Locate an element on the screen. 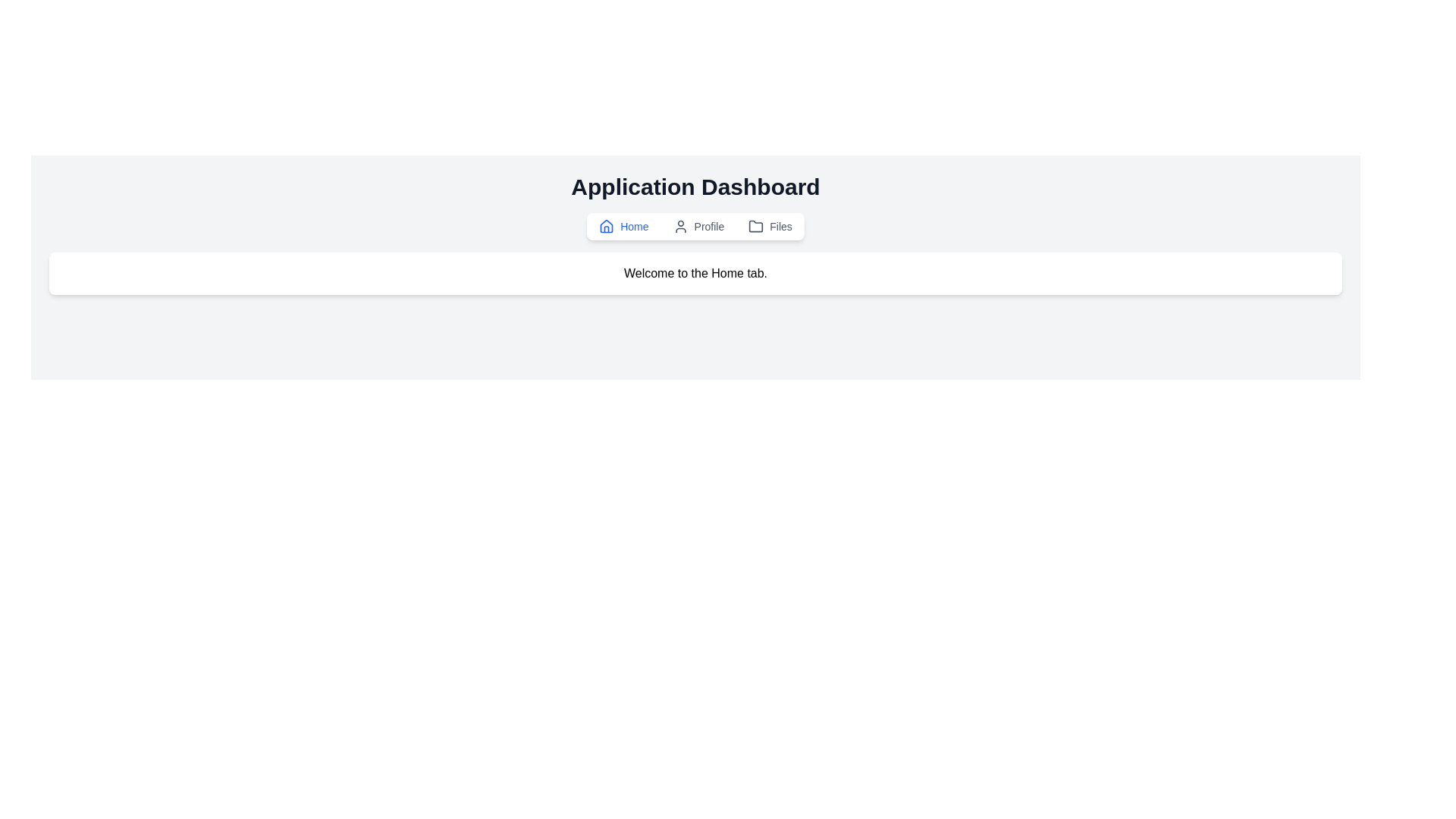 This screenshot has width=1456, height=819. the 'Home' navigation button located at the top of the interface, which serves as a link to the main page is located at coordinates (623, 227).